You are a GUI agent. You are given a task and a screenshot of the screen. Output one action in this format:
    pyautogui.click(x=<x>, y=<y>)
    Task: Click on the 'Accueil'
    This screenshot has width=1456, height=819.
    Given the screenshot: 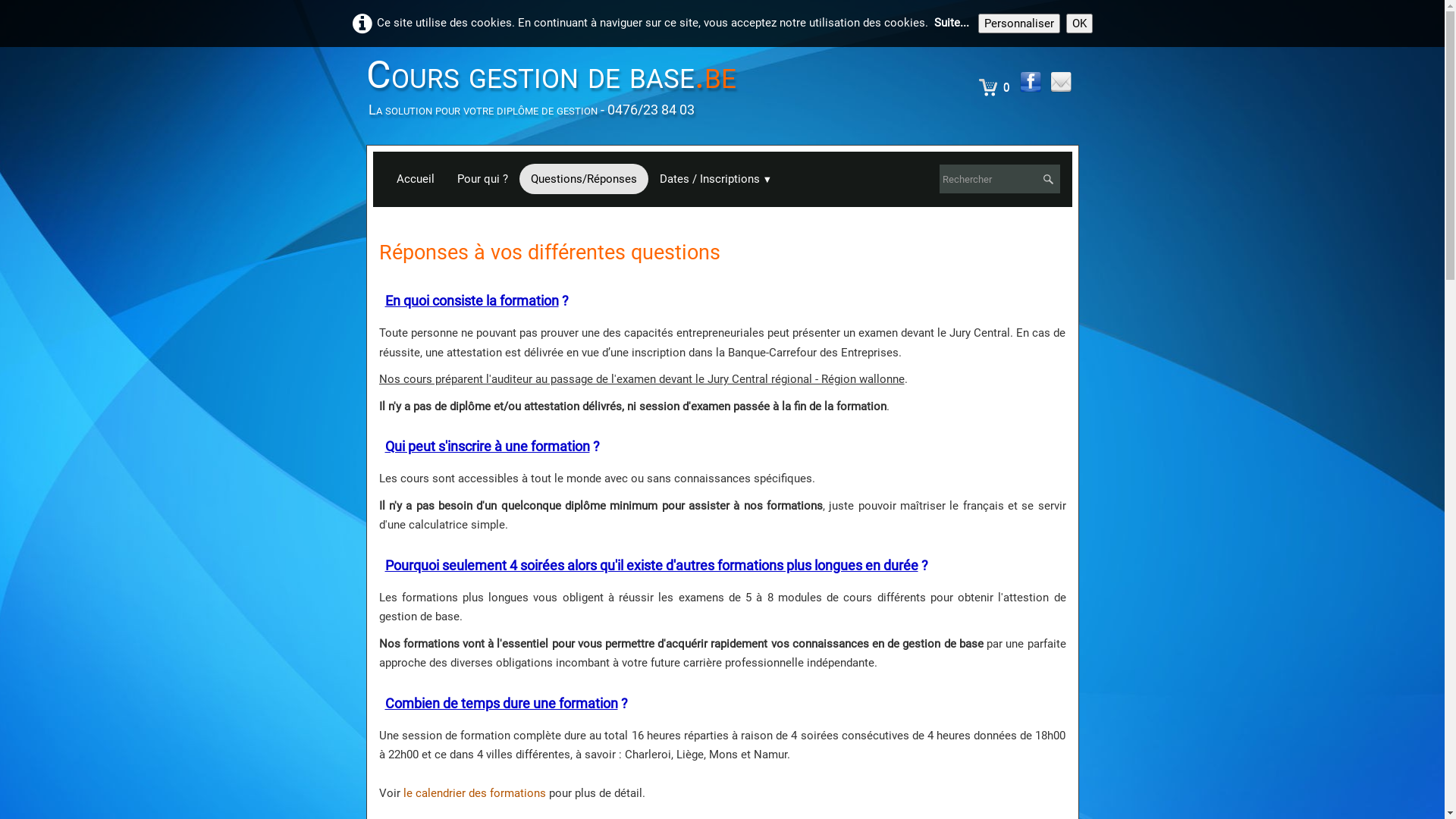 What is the action you would take?
    pyautogui.click(x=415, y=177)
    